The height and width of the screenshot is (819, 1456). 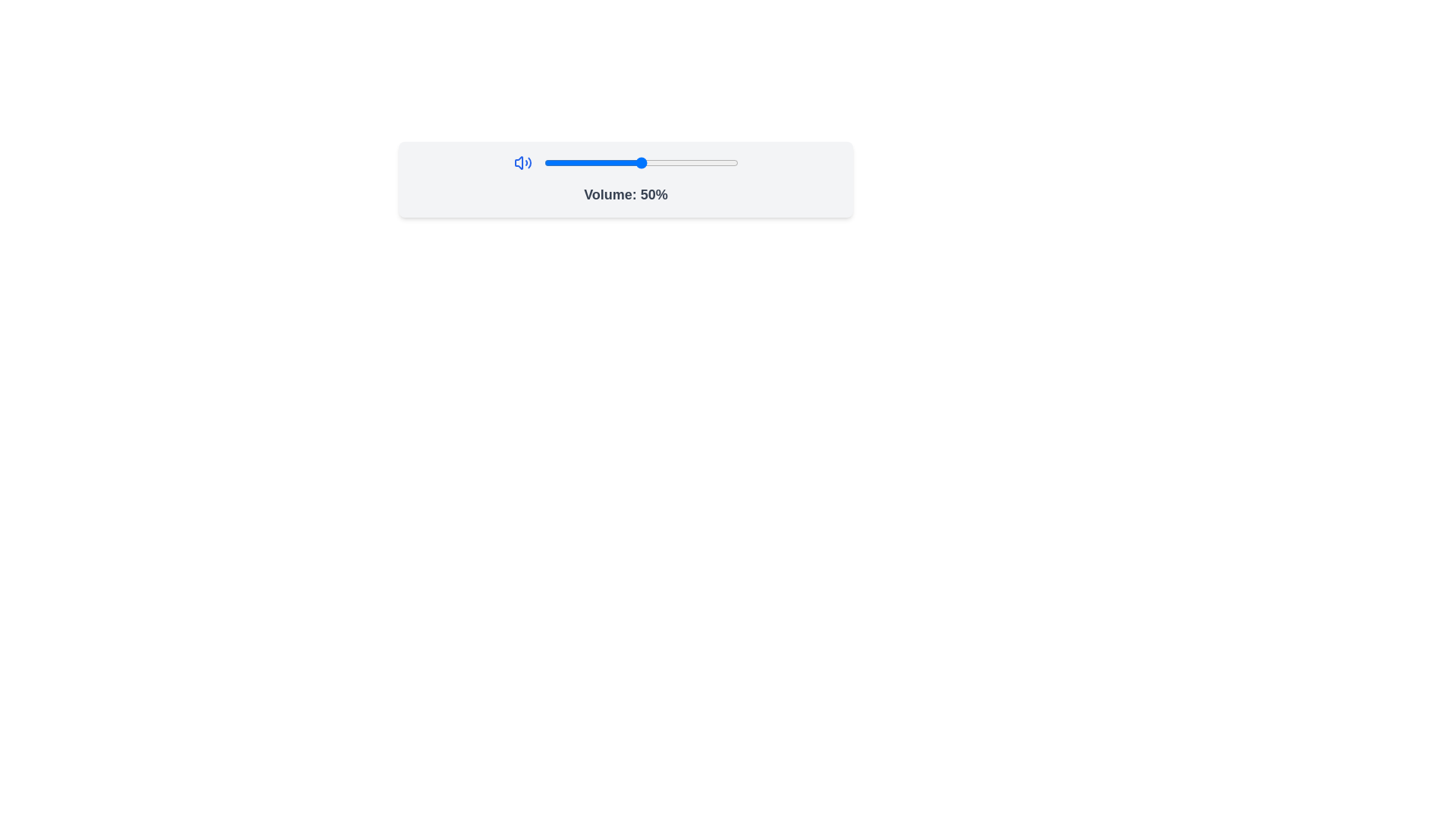 I want to click on the volume, so click(x=673, y=163).